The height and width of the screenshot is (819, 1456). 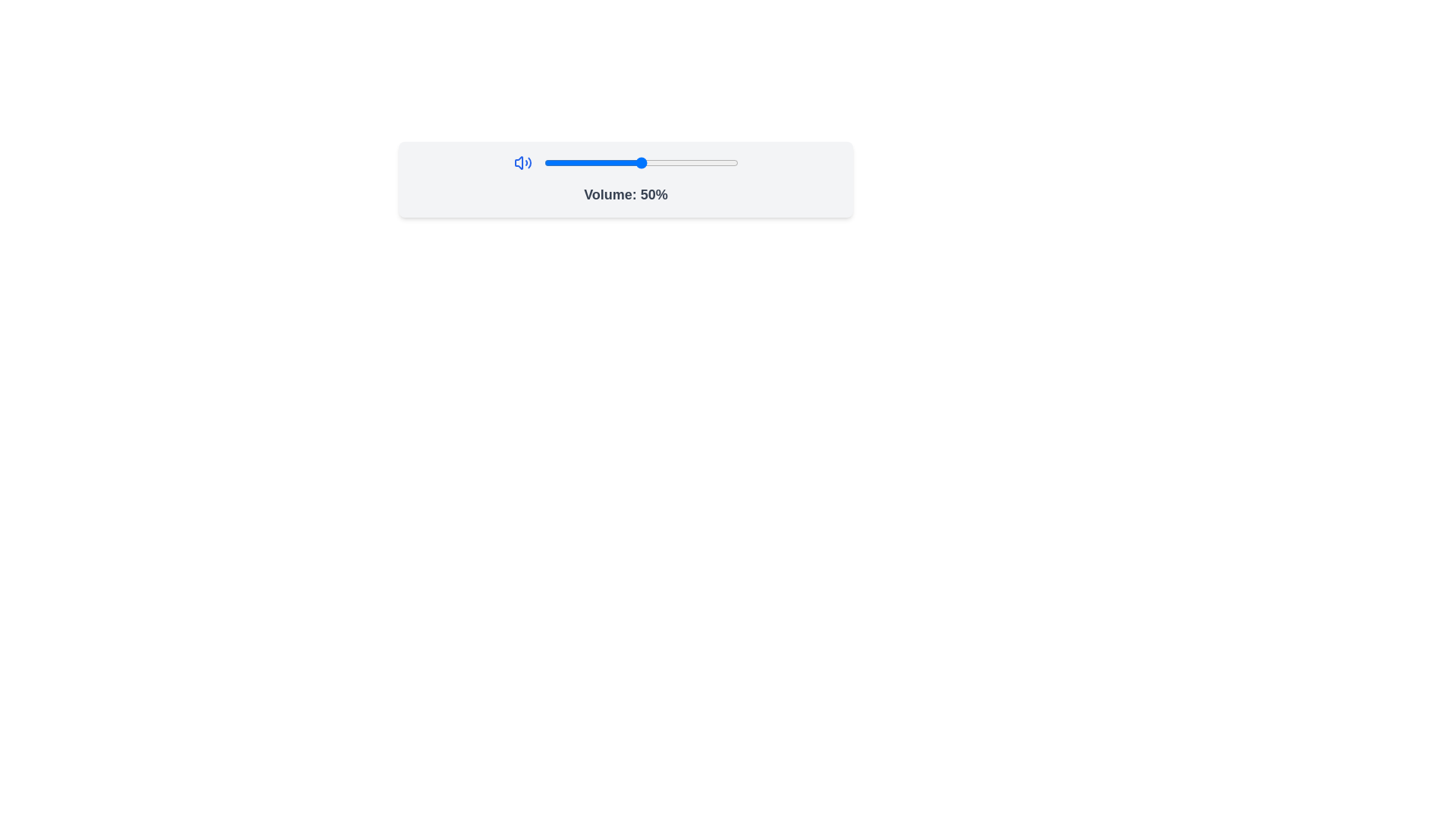 I want to click on the volume, so click(x=673, y=163).